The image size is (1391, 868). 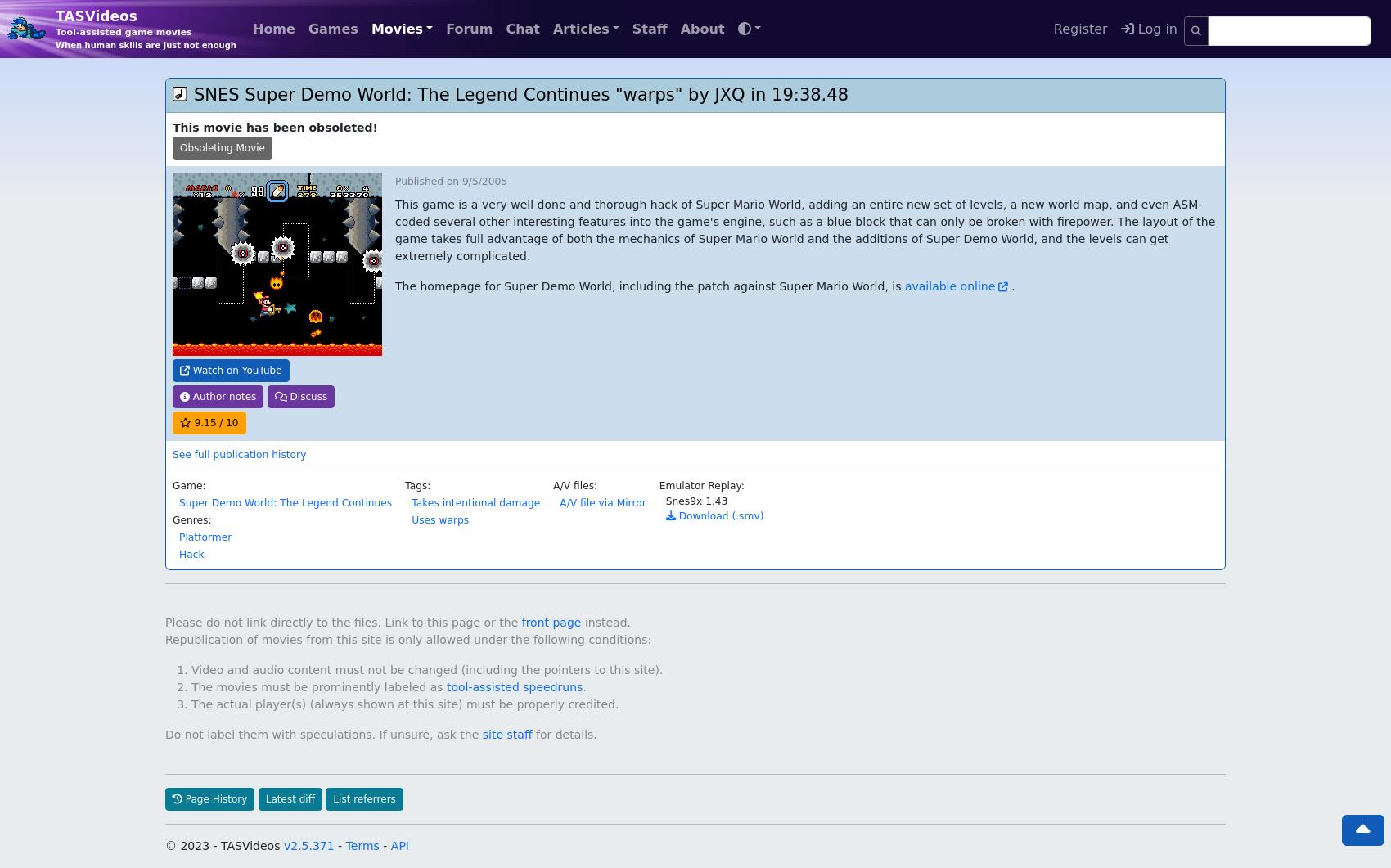 What do you see at coordinates (804, 195) in the screenshot?
I see `'This game is a very well done and thorough hack of Super Mario World, 
adding an entire new set of levels, a new world map, and even ASM-coded 
several other interesting features into the game's engine, such as a 
blue block that can only be broken with firepower. The layout of the 
game takes full advantage of both the mechanics of Super Mario World 
and the additions of Super Demo World, and the levels can get extremely
complicated.'` at bounding box center [804, 195].